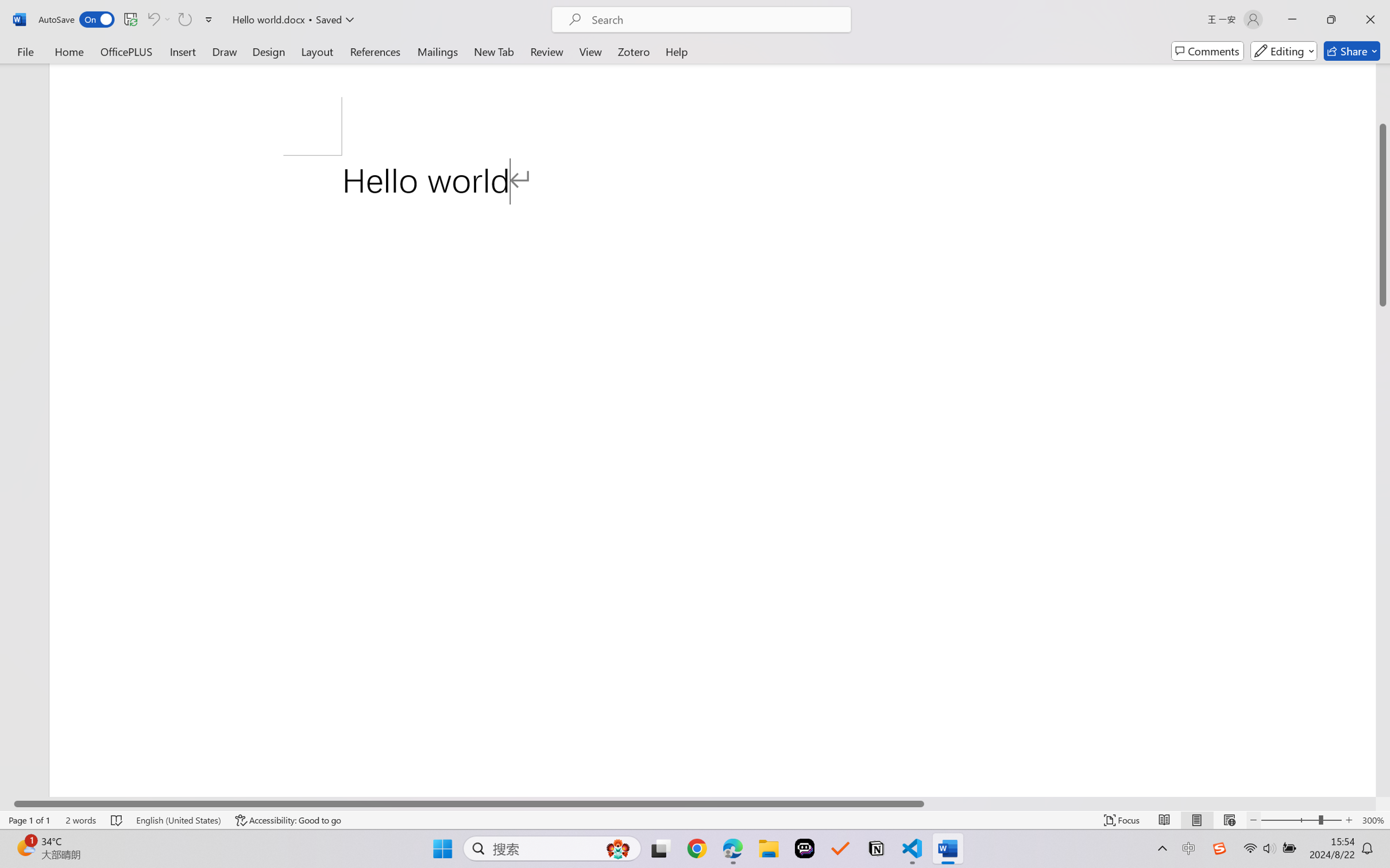 This screenshot has height=868, width=1390. What do you see at coordinates (1219, 848) in the screenshot?
I see `'Class: Image'` at bounding box center [1219, 848].